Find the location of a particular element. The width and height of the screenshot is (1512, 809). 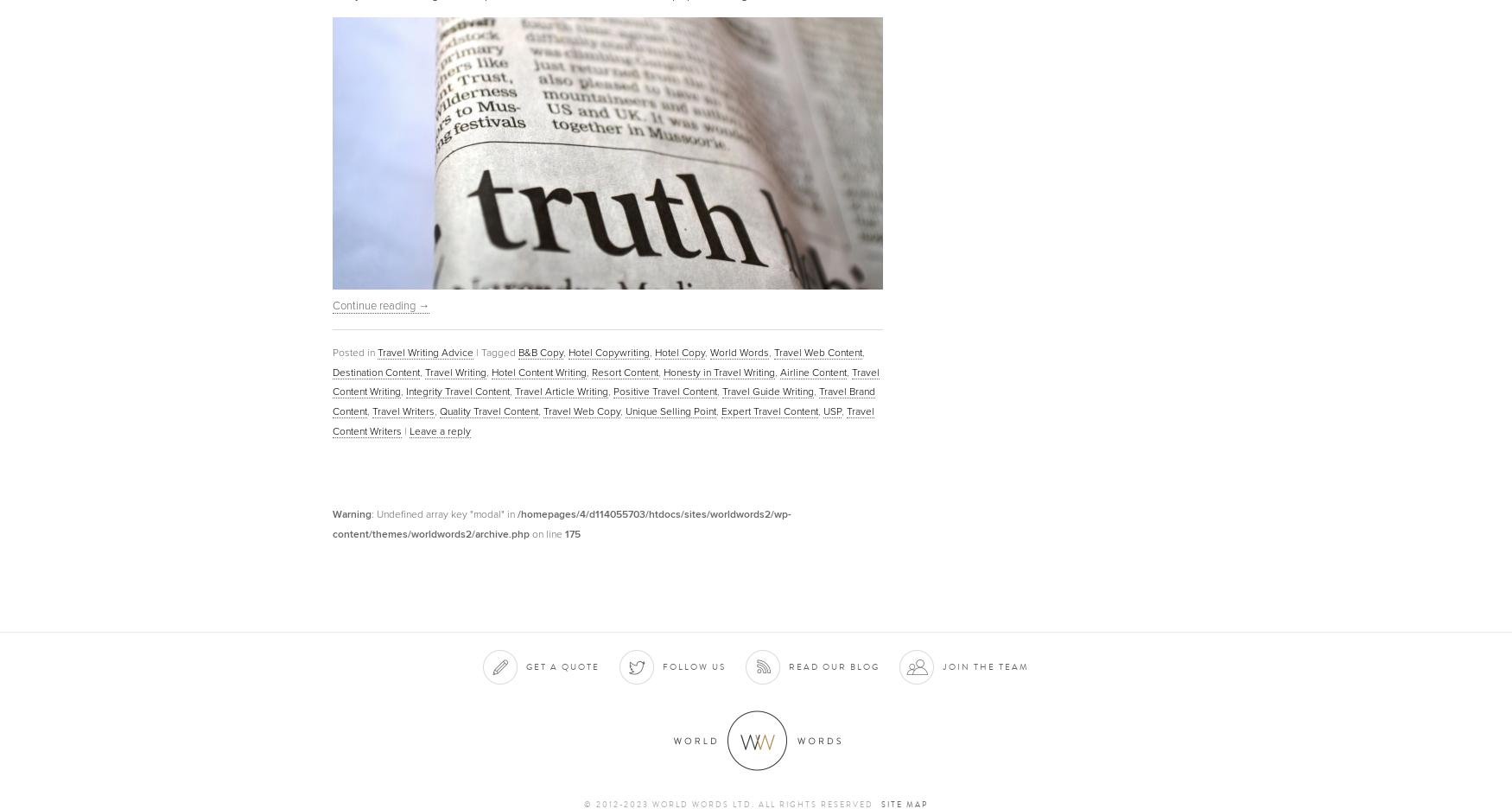

'Tagged' is located at coordinates (498, 350).